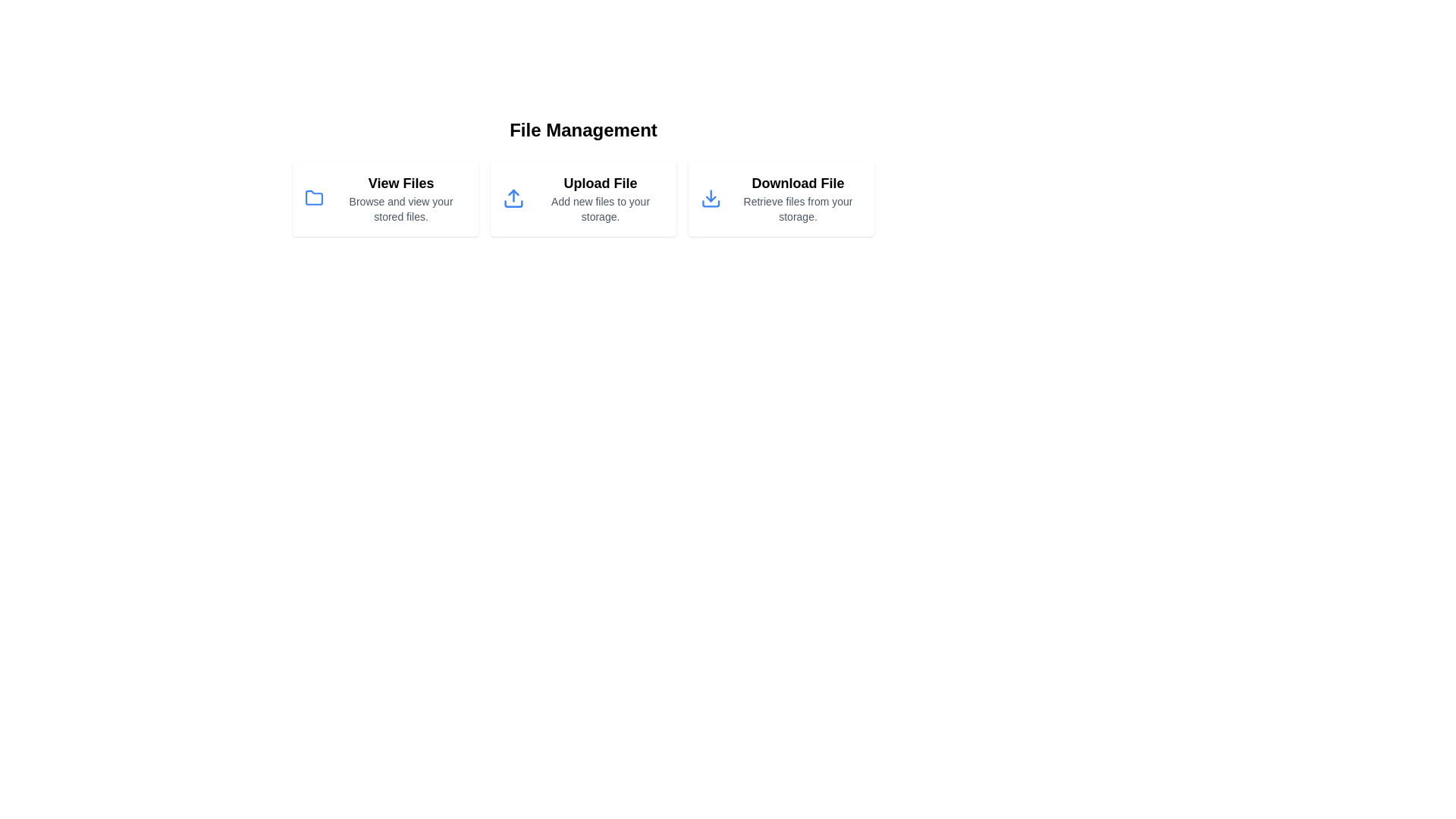  What do you see at coordinates (313, 197) in the screenshot?
I see `the 'View Files' folder icon located in the leftmost position under the 'File Management' header` at bounding box center [313, 197].